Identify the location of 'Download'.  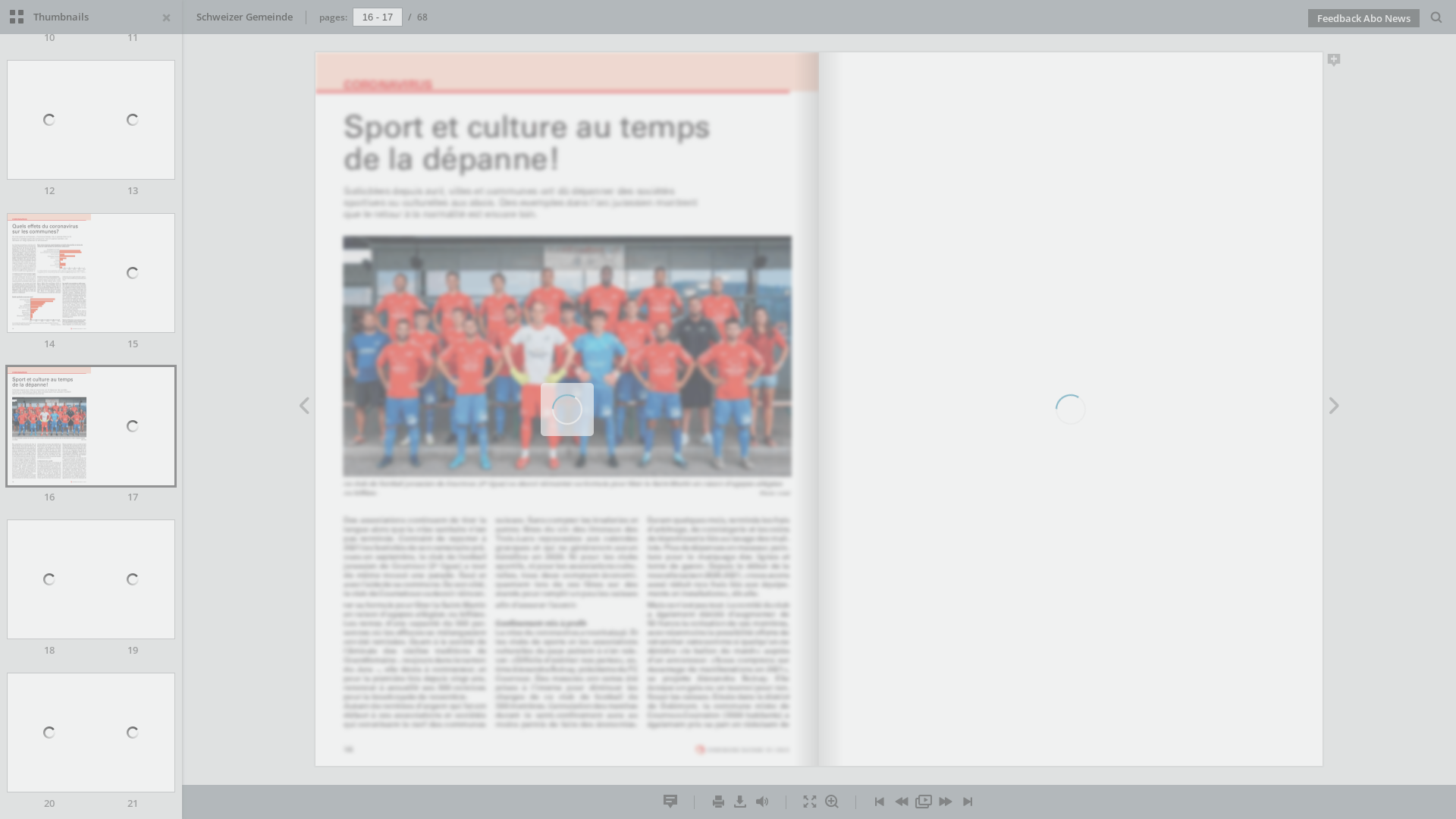
(729, 801).